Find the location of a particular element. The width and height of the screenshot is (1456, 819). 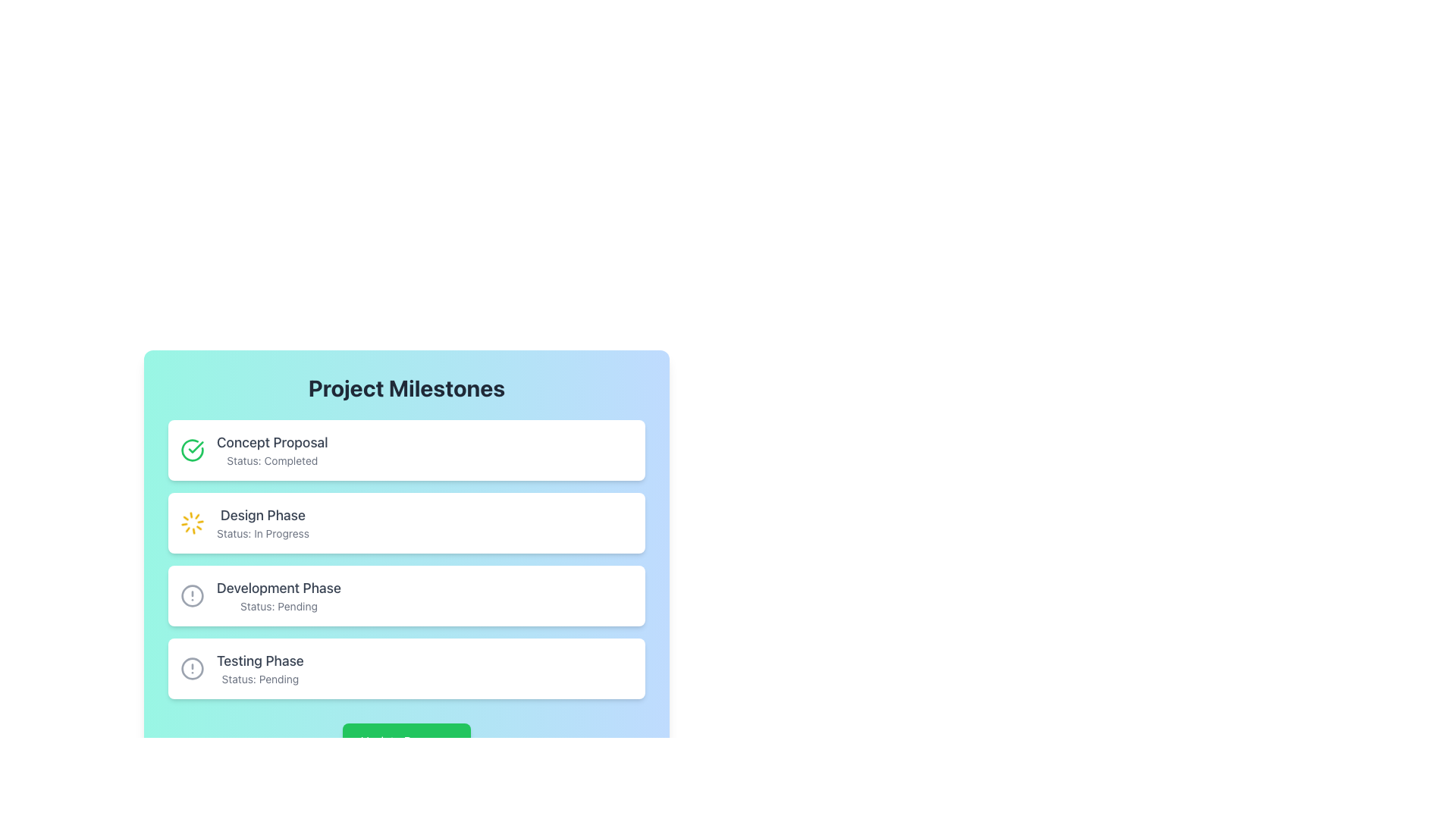

the warning icon indicating the 'Testing Phase' located in the bottom-most card of the 'Project Milestones' panel, positioned to the left of the text 'Testing Phase' is located at coordinates (192, 668).